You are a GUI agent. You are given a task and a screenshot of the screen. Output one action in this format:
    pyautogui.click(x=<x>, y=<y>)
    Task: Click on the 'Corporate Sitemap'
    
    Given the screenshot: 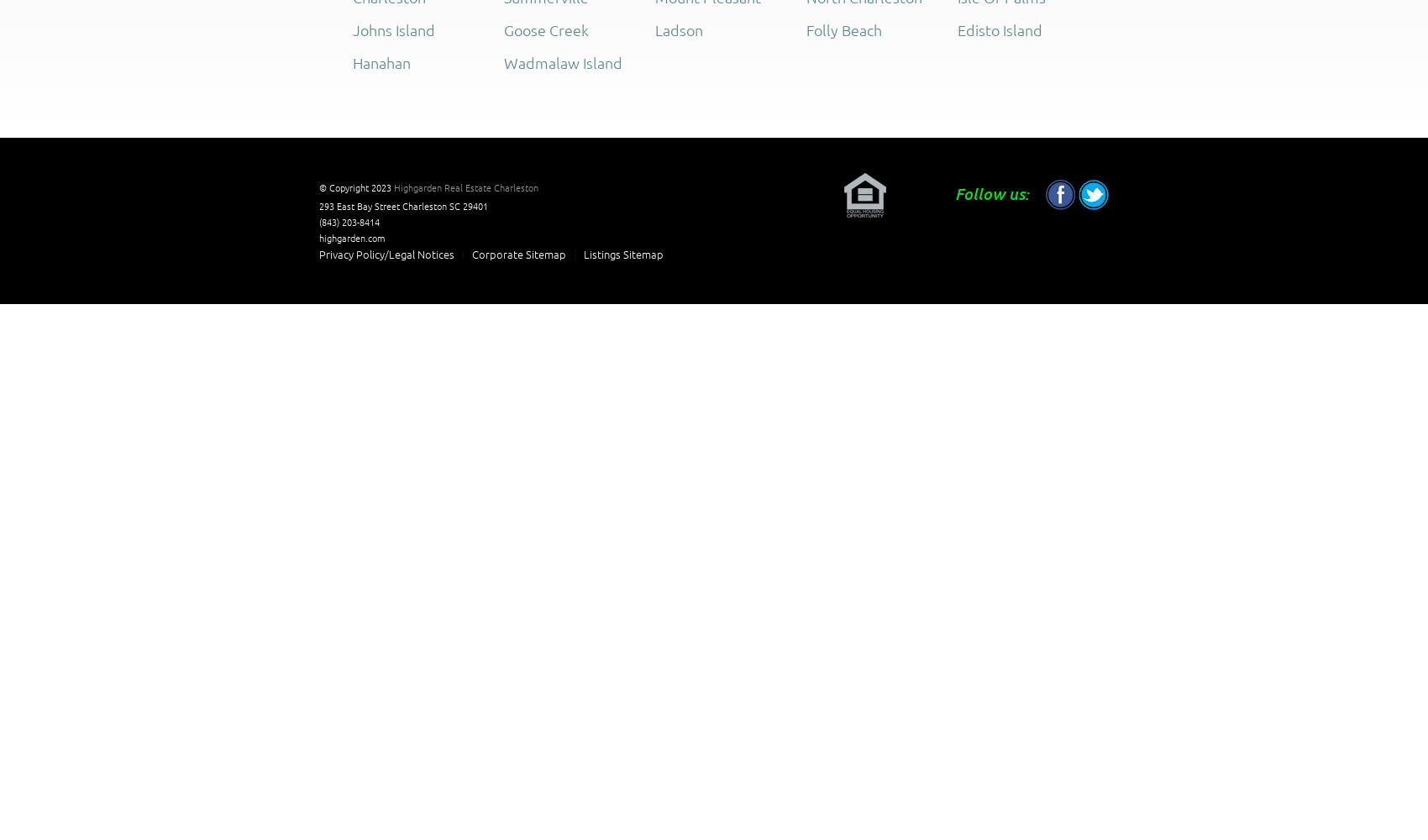 What is the action you would take?
    pyautogui.click(x=517, y=254)
    